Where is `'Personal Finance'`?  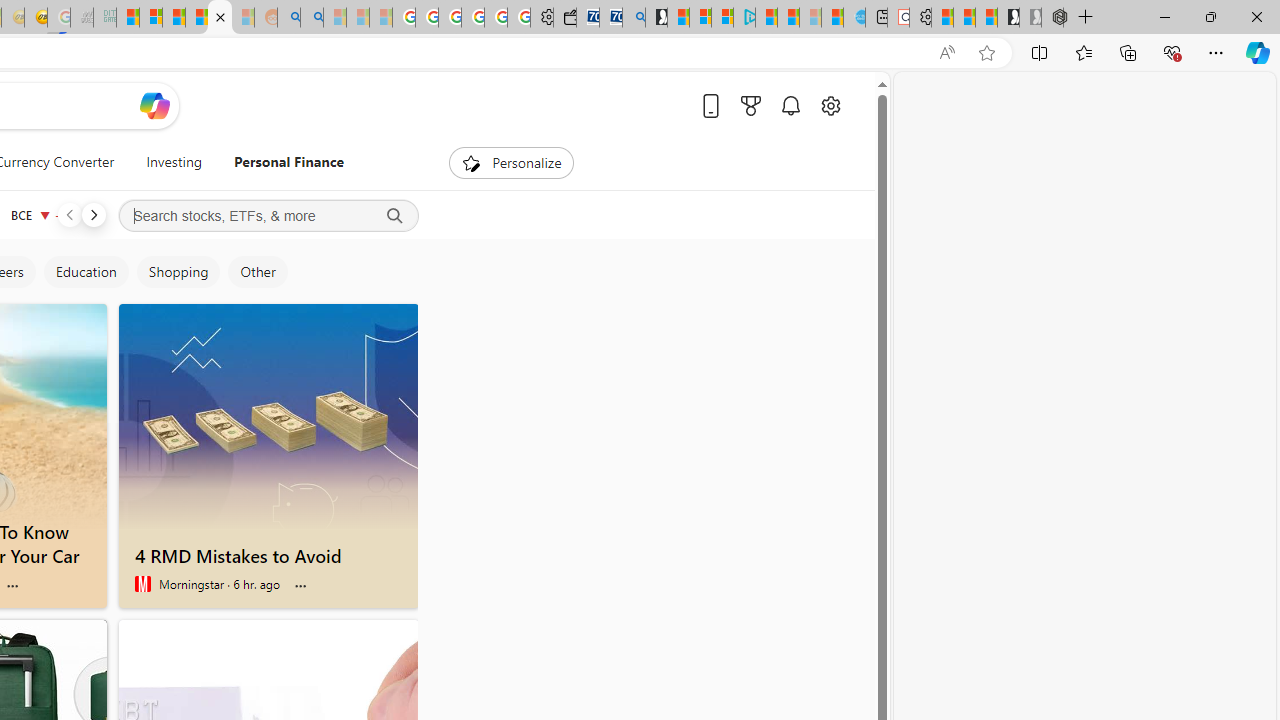 'Personal Finance' is located at coordinates (280, 162).